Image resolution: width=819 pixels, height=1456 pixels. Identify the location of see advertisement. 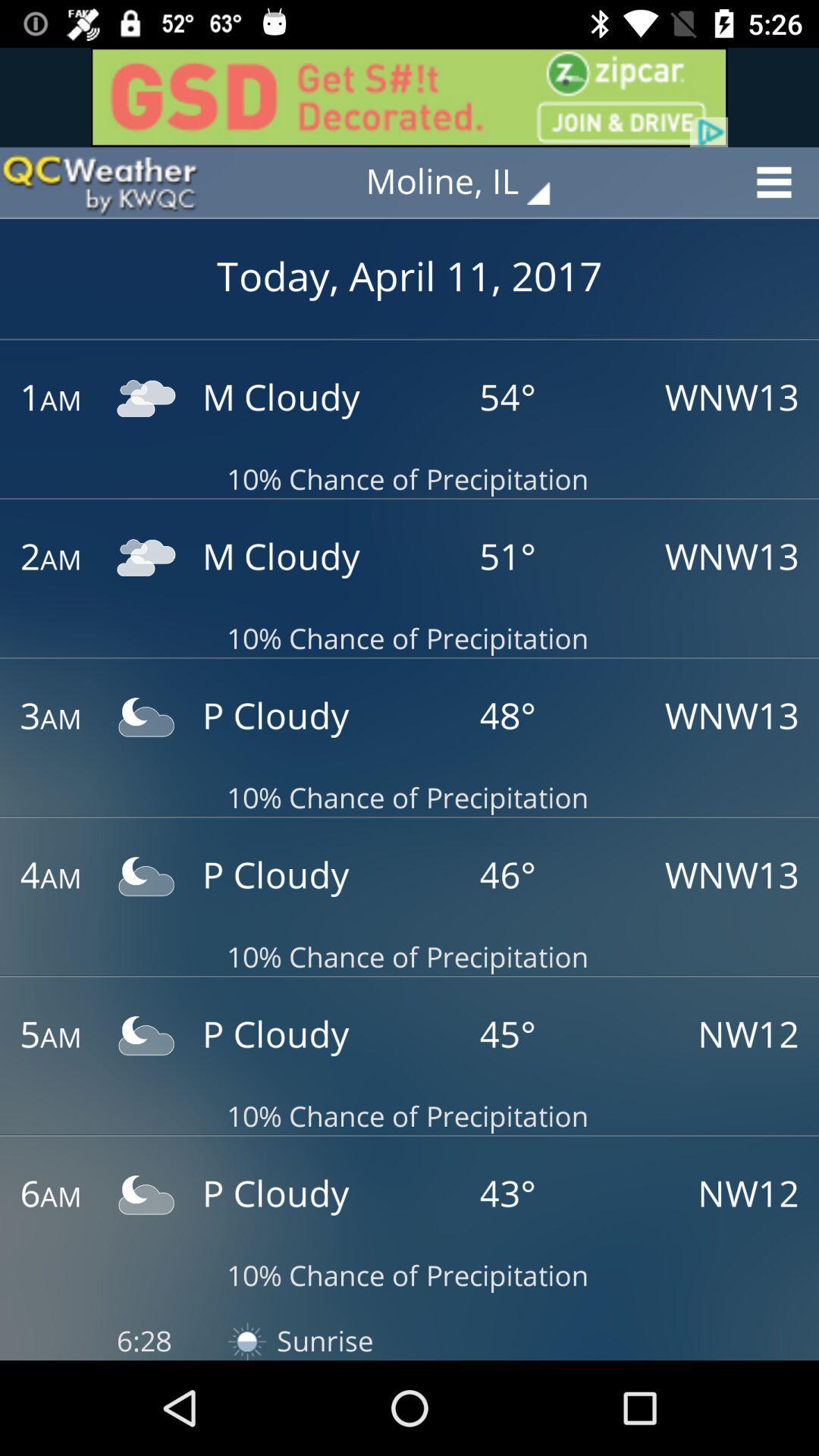
(409, 96).